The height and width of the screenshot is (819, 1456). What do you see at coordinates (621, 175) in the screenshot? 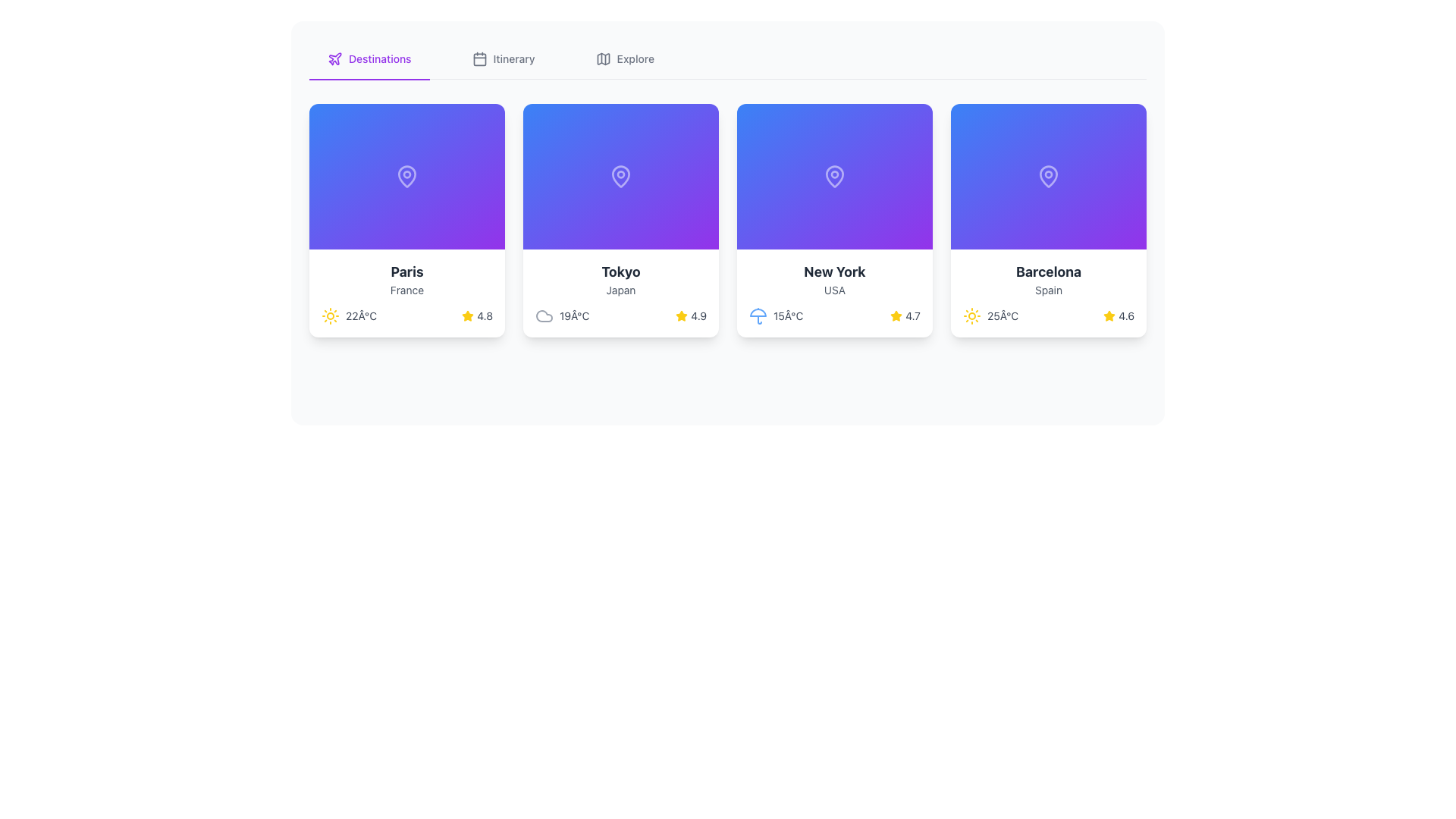
I see `the background with a decorative location pin icon that is centered in the top half of the card representing 'Tokyo'` at bounding box center [621, 175].